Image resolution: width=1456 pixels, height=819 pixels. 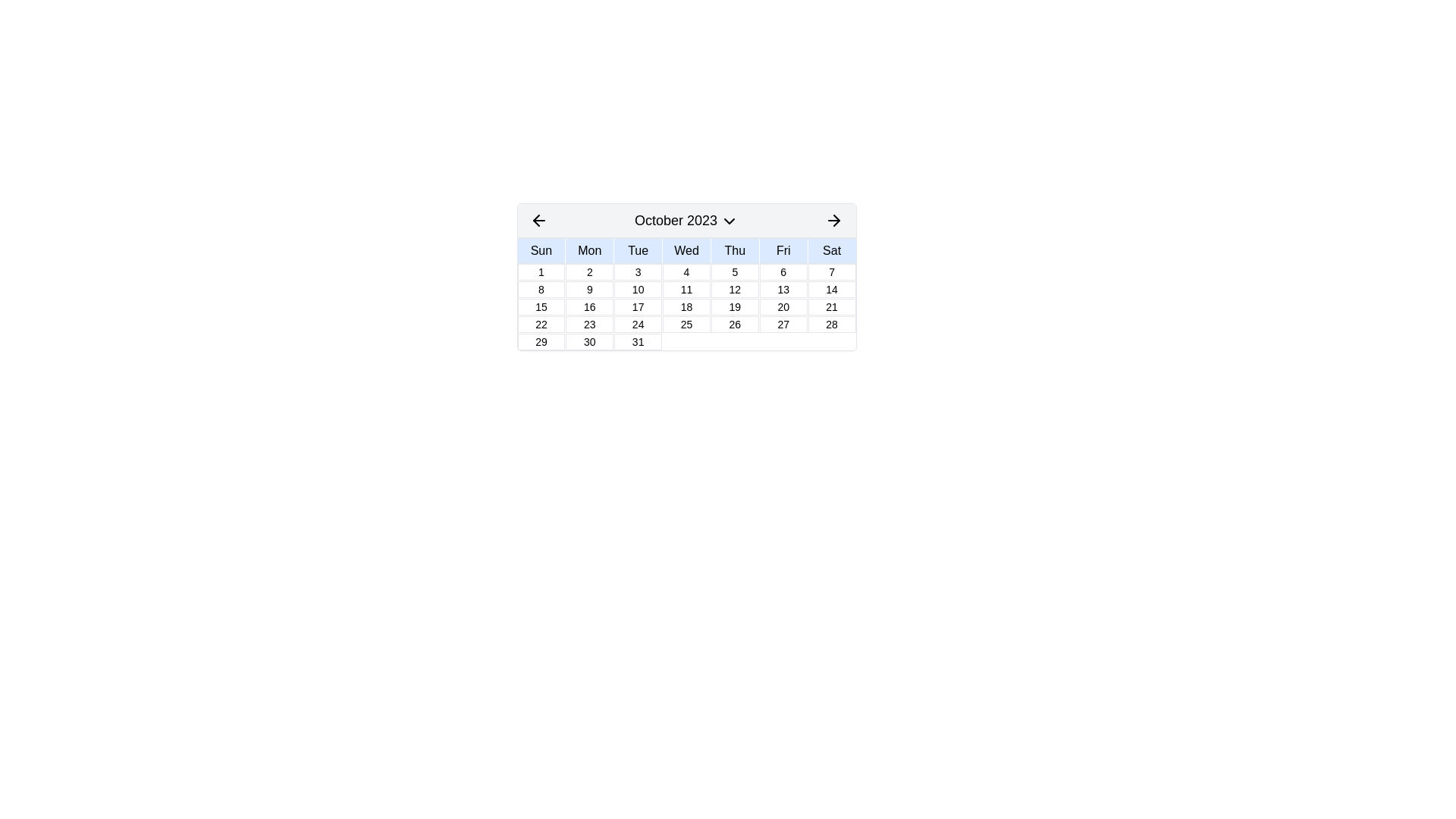 I want to click on the calendar cell that contains the text '17', which is located in the third cell of the fifth row, corresponding to Tuesday, October 17th, so click(x=638, y=307).